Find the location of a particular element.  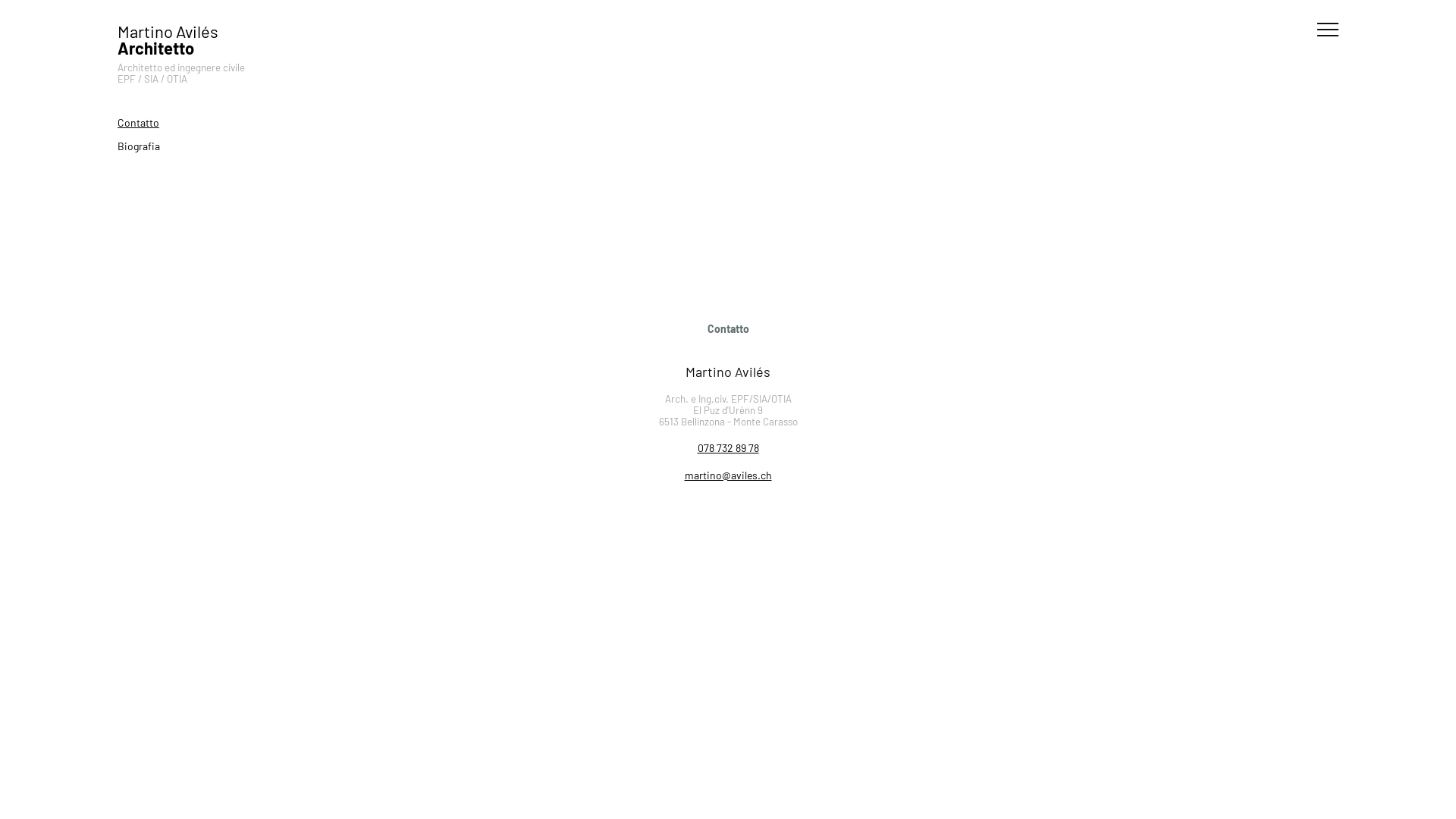

'078 732 89 78' is located at coordinates (728, 447).